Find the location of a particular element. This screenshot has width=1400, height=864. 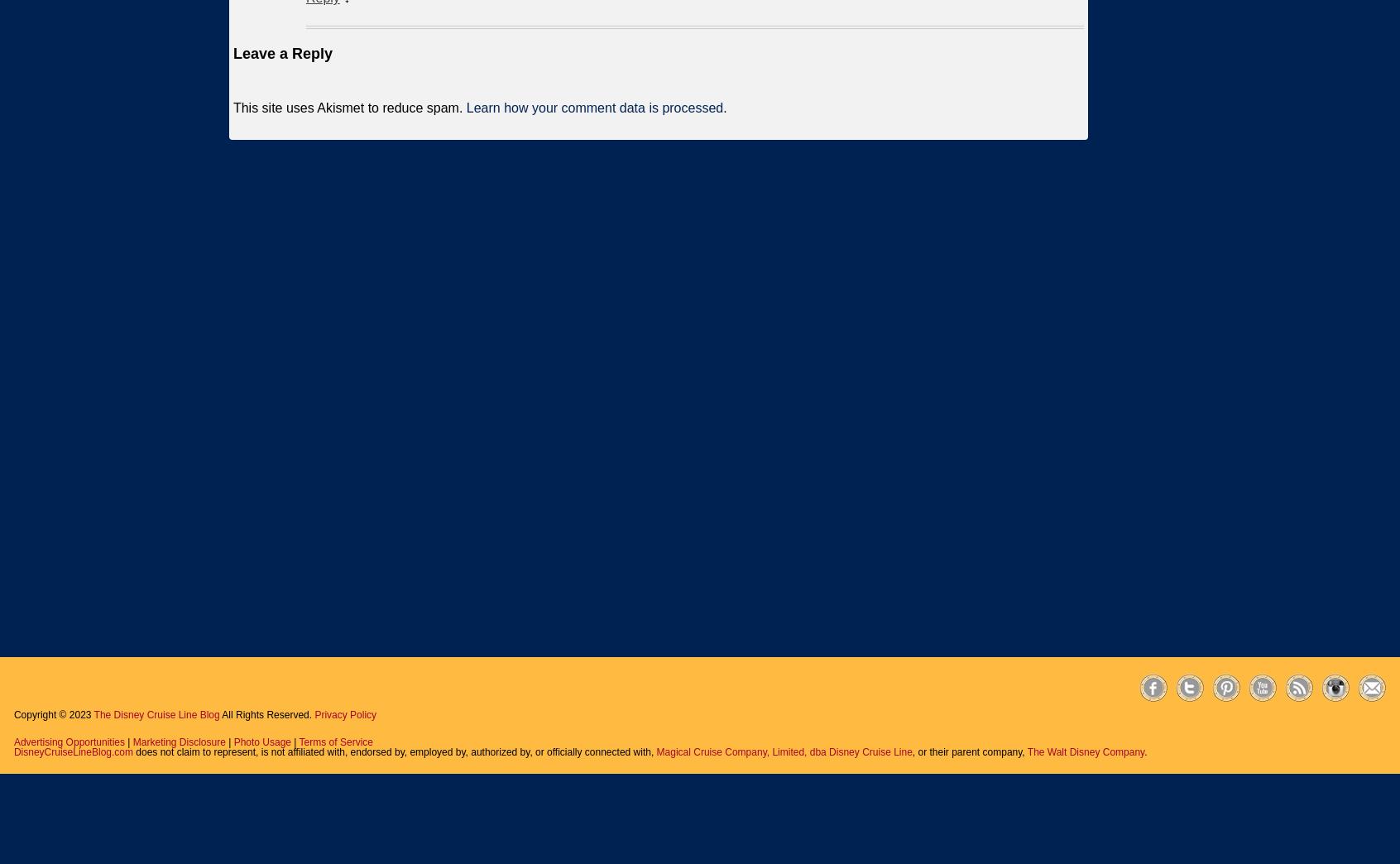

'This site uses Akismet to reduce spam.' is located at coordinates (348, 107).